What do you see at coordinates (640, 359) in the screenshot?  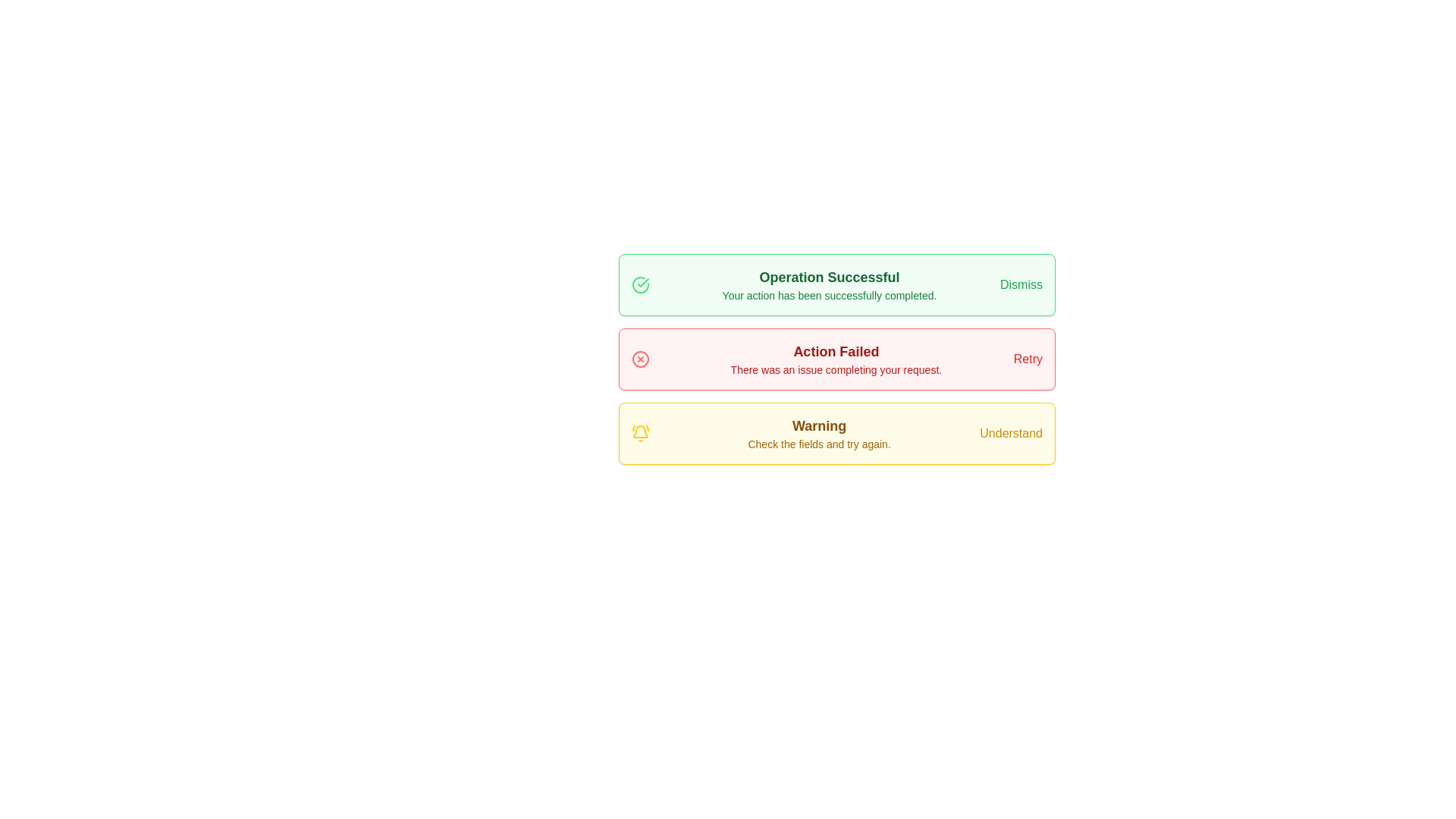 I see `the error icon located in the red 'Action Failed' banner, positioned to the left of the text 'Action Failed There was an issue completing your request.'` at bounding box center [640, 359].